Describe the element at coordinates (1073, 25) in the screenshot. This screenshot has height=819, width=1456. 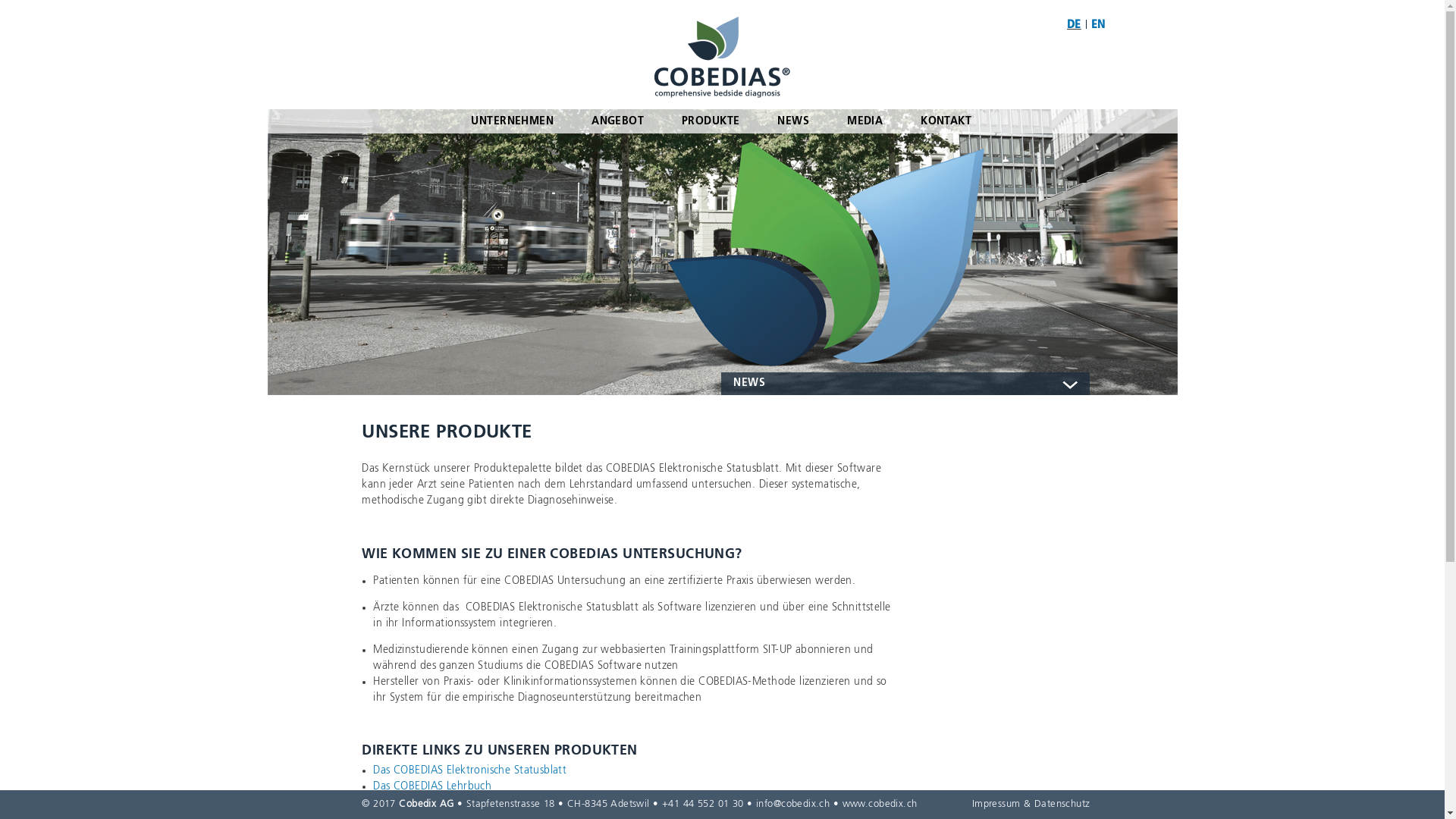
I see `'DE'` at that location.